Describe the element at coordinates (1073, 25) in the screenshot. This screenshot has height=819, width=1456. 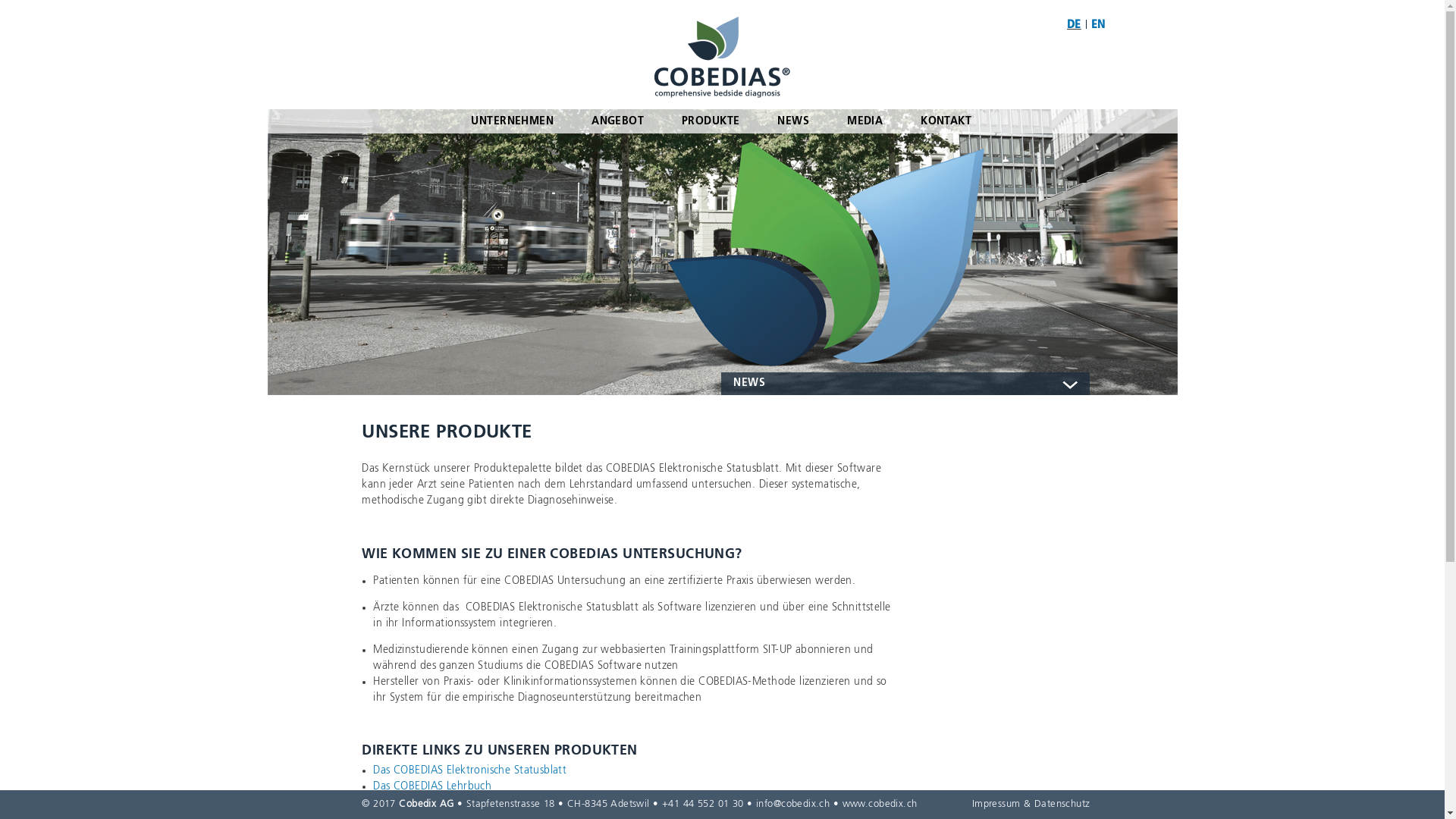
I see `'DE'` at that location.